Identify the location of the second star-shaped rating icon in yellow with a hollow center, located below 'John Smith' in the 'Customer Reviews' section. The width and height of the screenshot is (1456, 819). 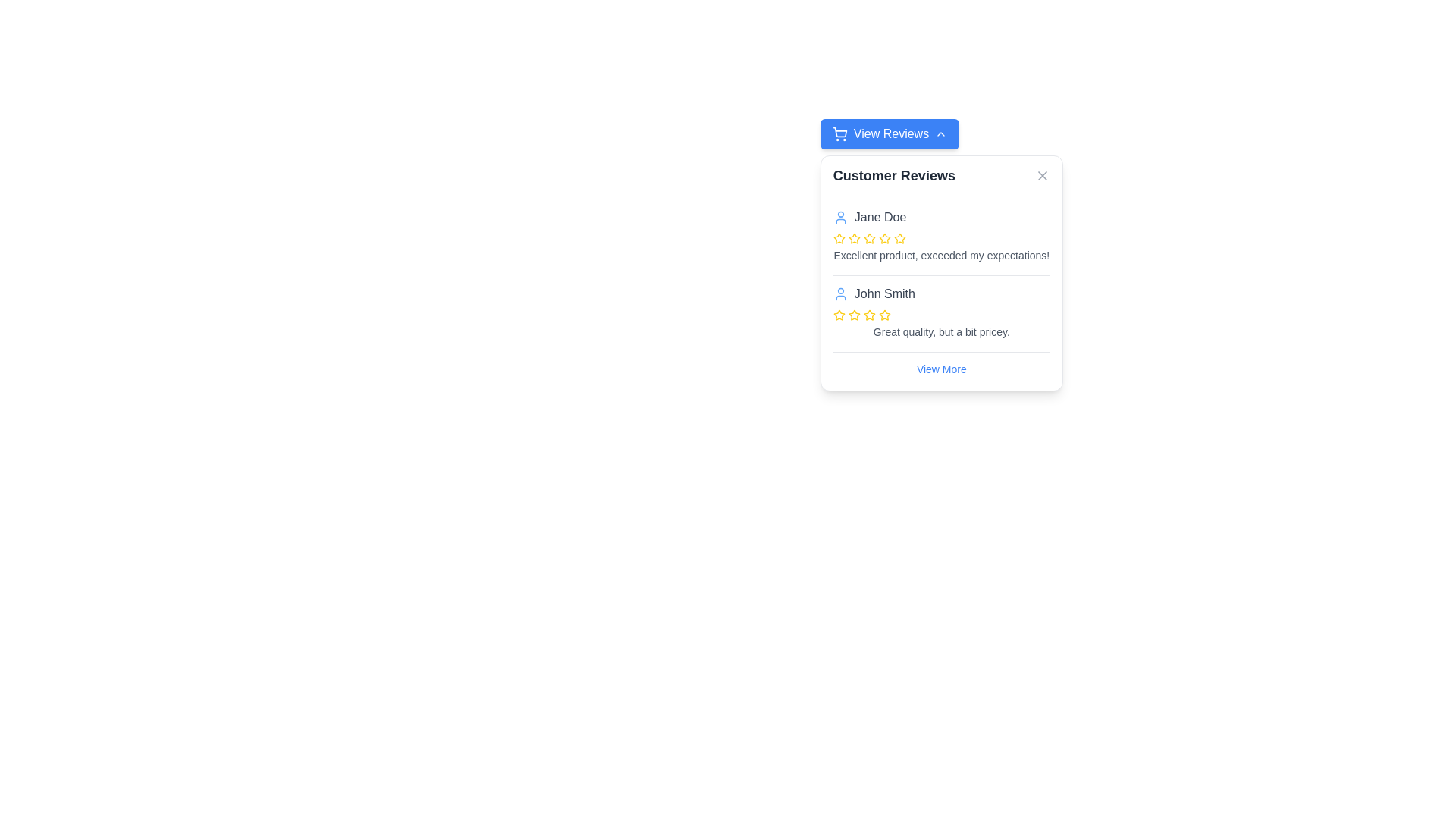
(884, 314).